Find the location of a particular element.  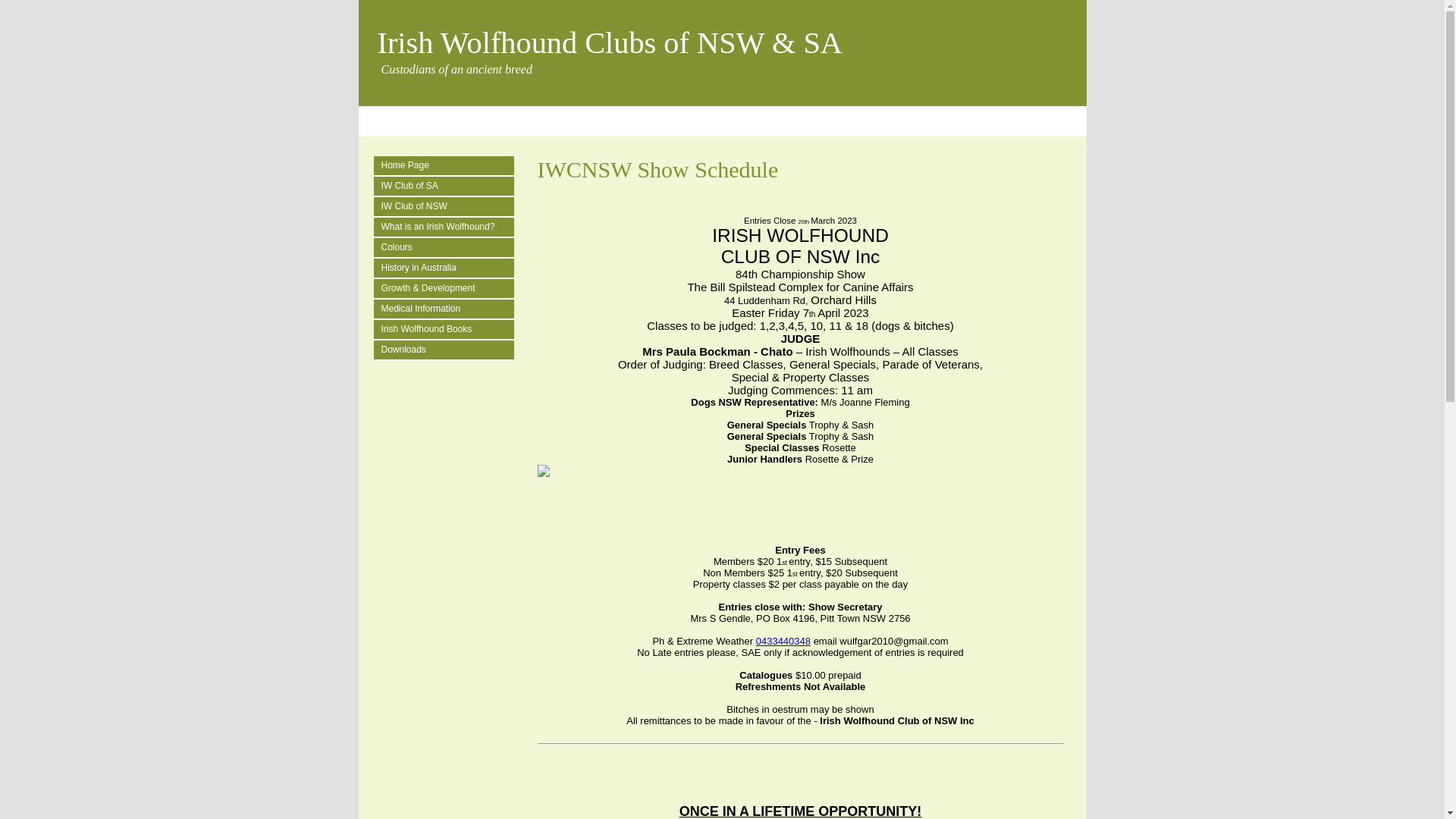

'Medical Information' is located at coordinates (381, 308).